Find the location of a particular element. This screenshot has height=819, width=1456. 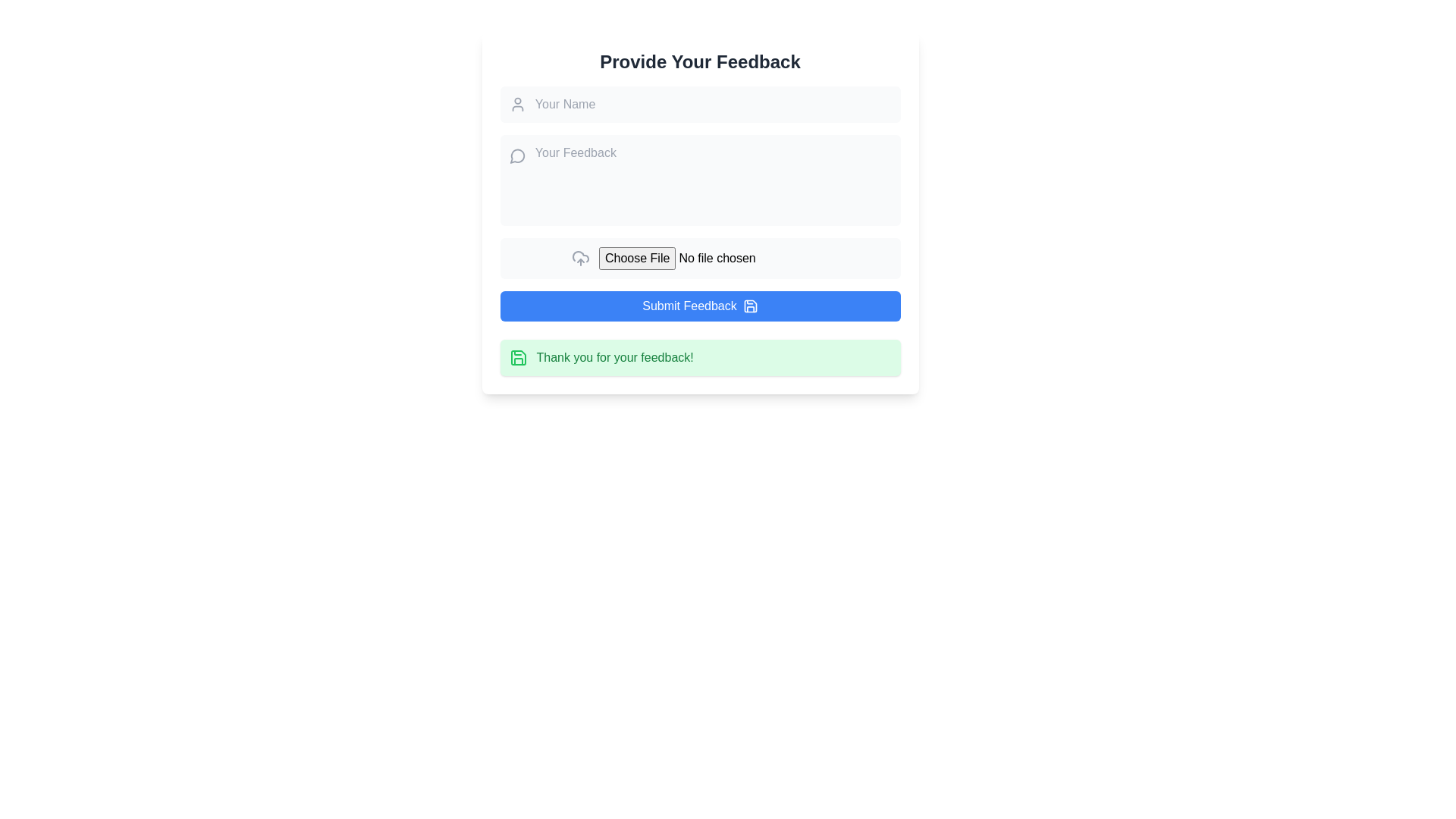

the feedback submission button located directly below the file input area to observe potential UI effects is located at coordinates (699, 306).